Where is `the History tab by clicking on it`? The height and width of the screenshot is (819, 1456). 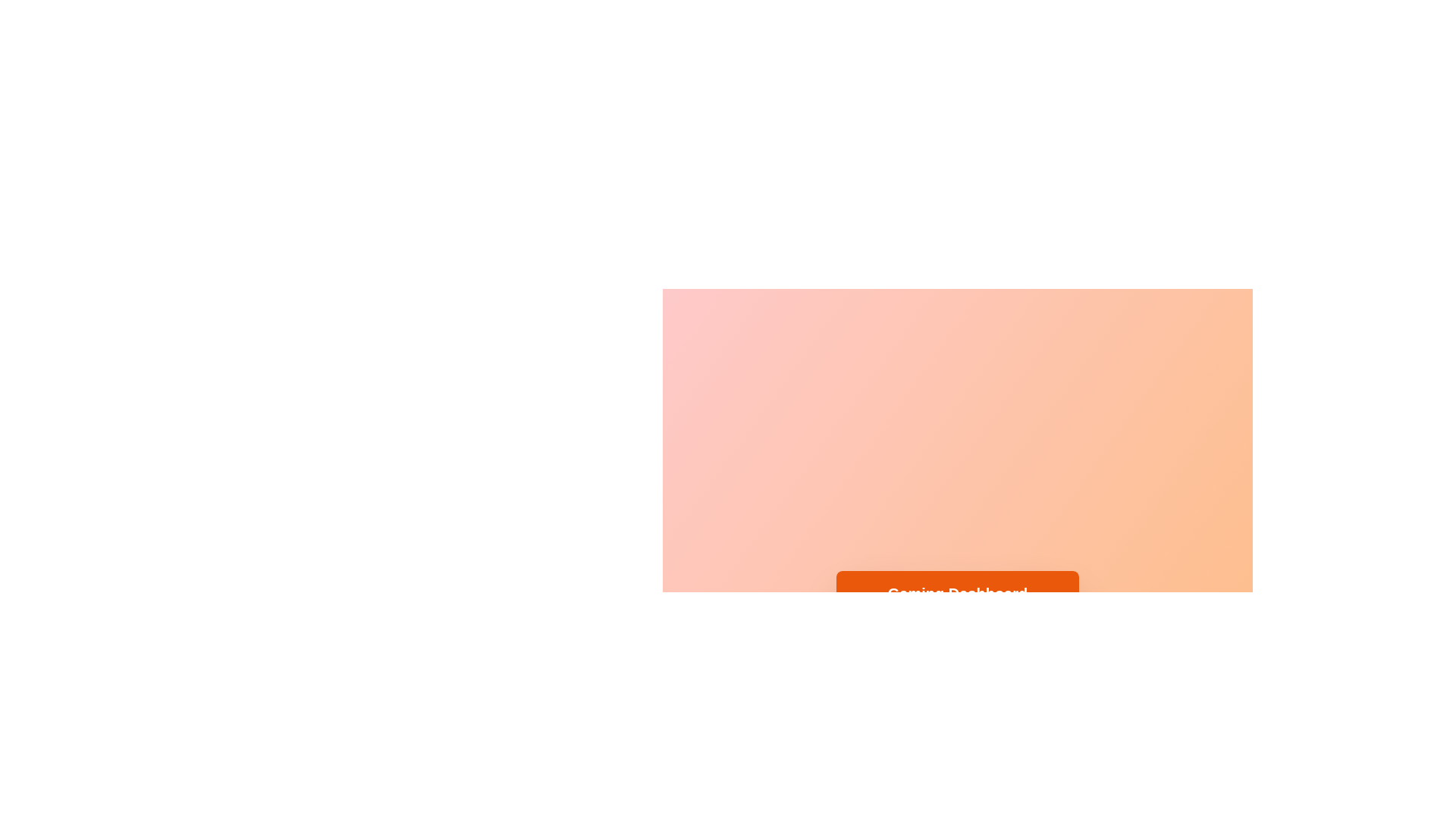
the History tab by clicking on it is located at coordinates (1044, 643).